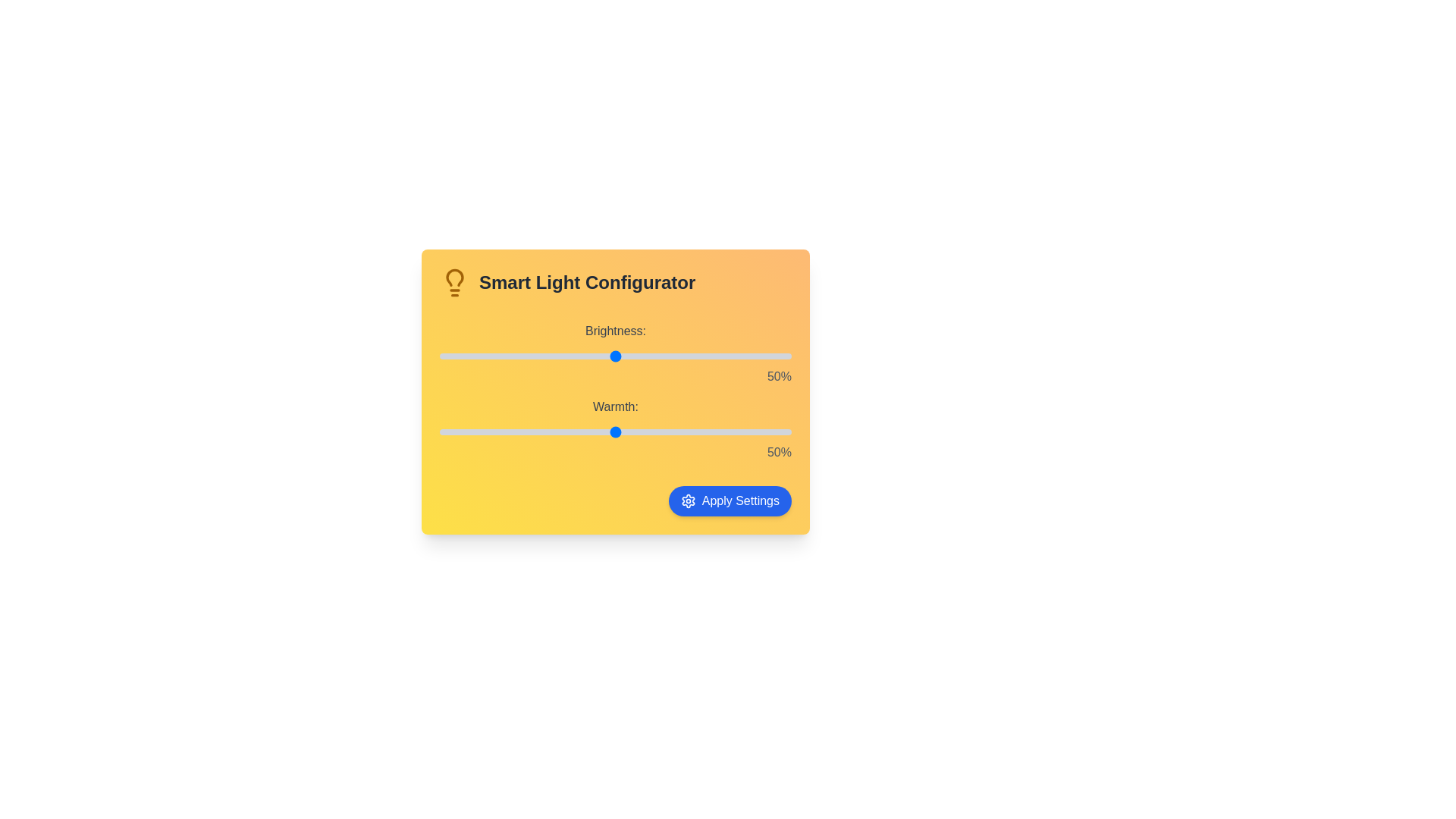 Image resolution: width=1456 pixels, height=819 pixels. What do you see at coordinates (636, 356) in the screenshot?
I see `the brightness` at bounding box center [636, 356].